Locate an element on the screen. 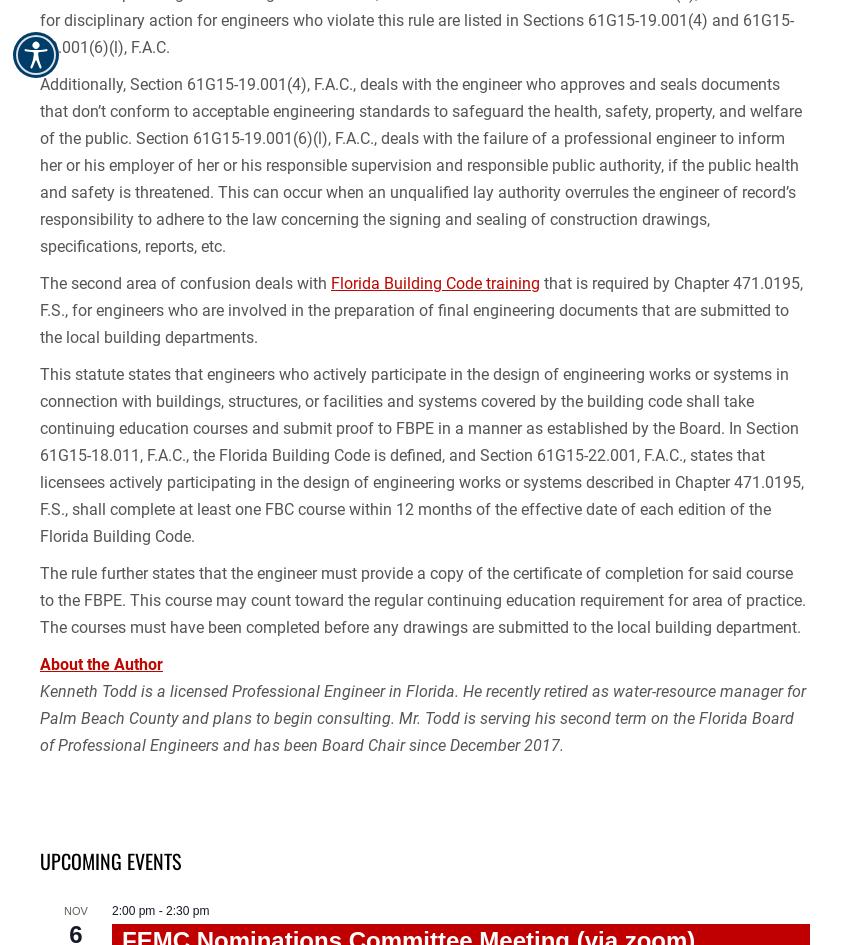  'The second area of confusion deals with' is located at coordinates (184, 283).